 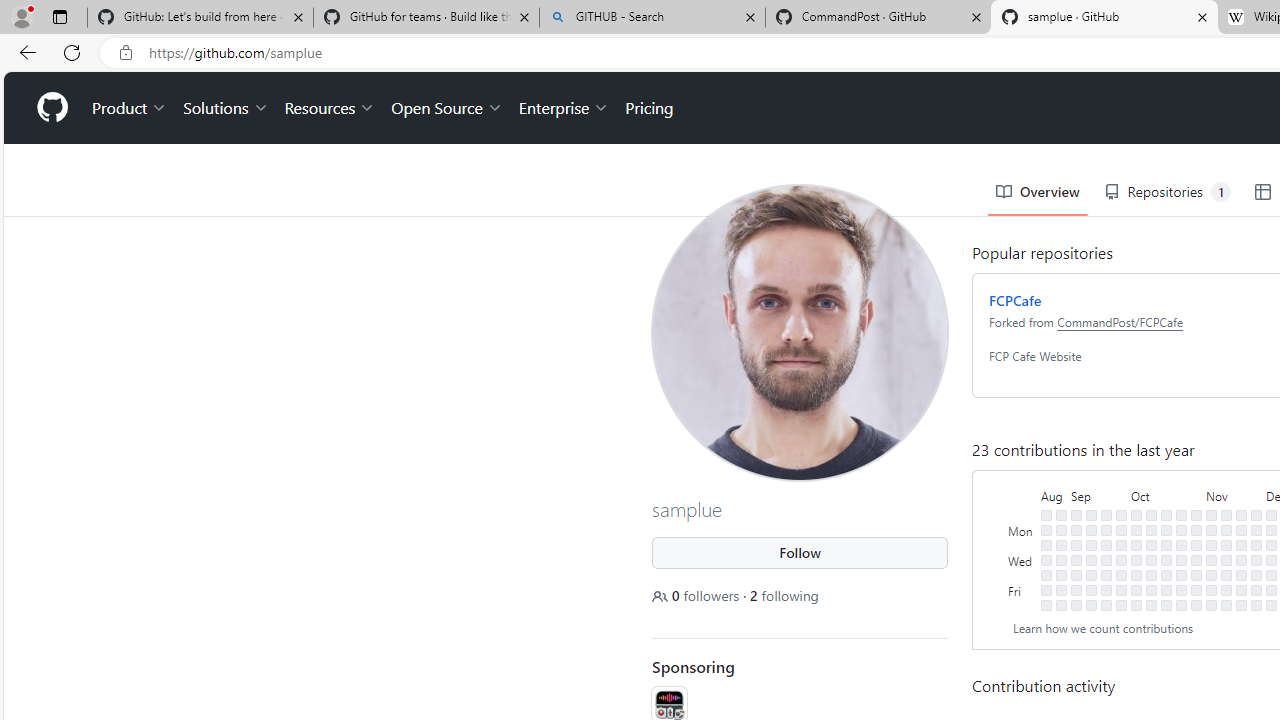 What do you see at coordinates (1255, 574) in the screenshot?
I see `'No contributions on November 30th.'` at bounding box center [1255, 574].